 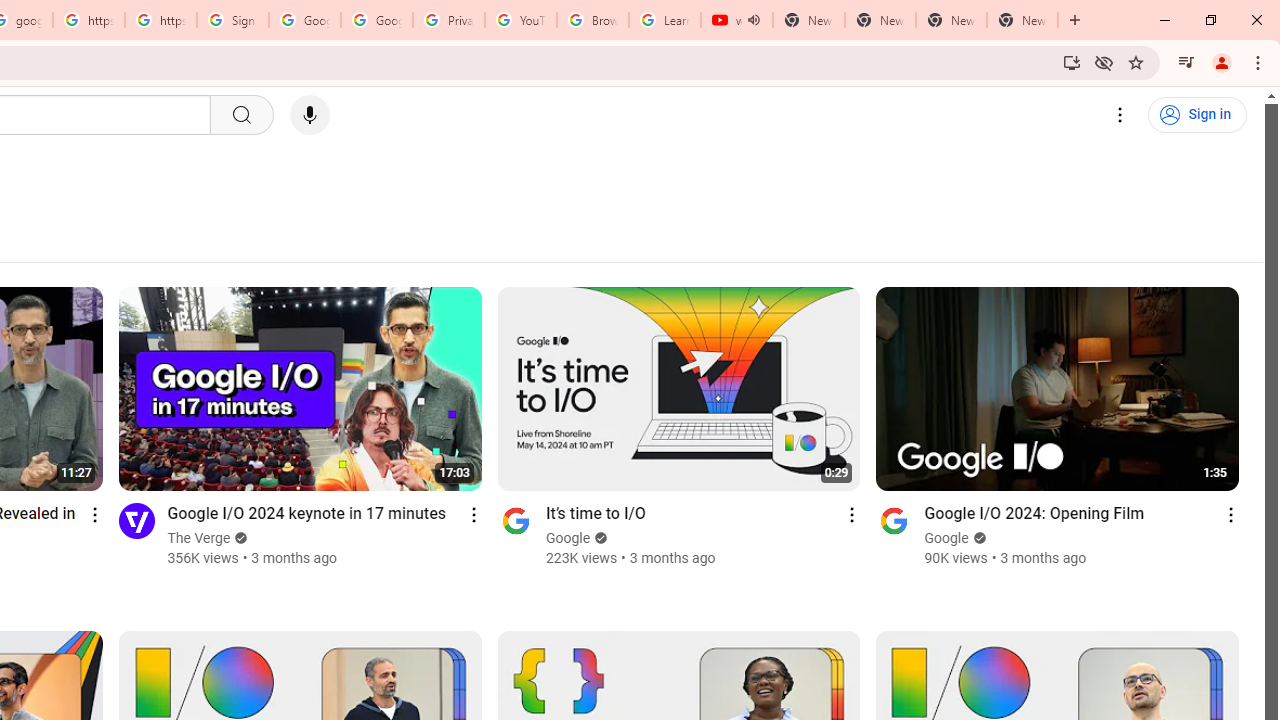 I want to click on 'The Verge', so click(x=199, y=537).